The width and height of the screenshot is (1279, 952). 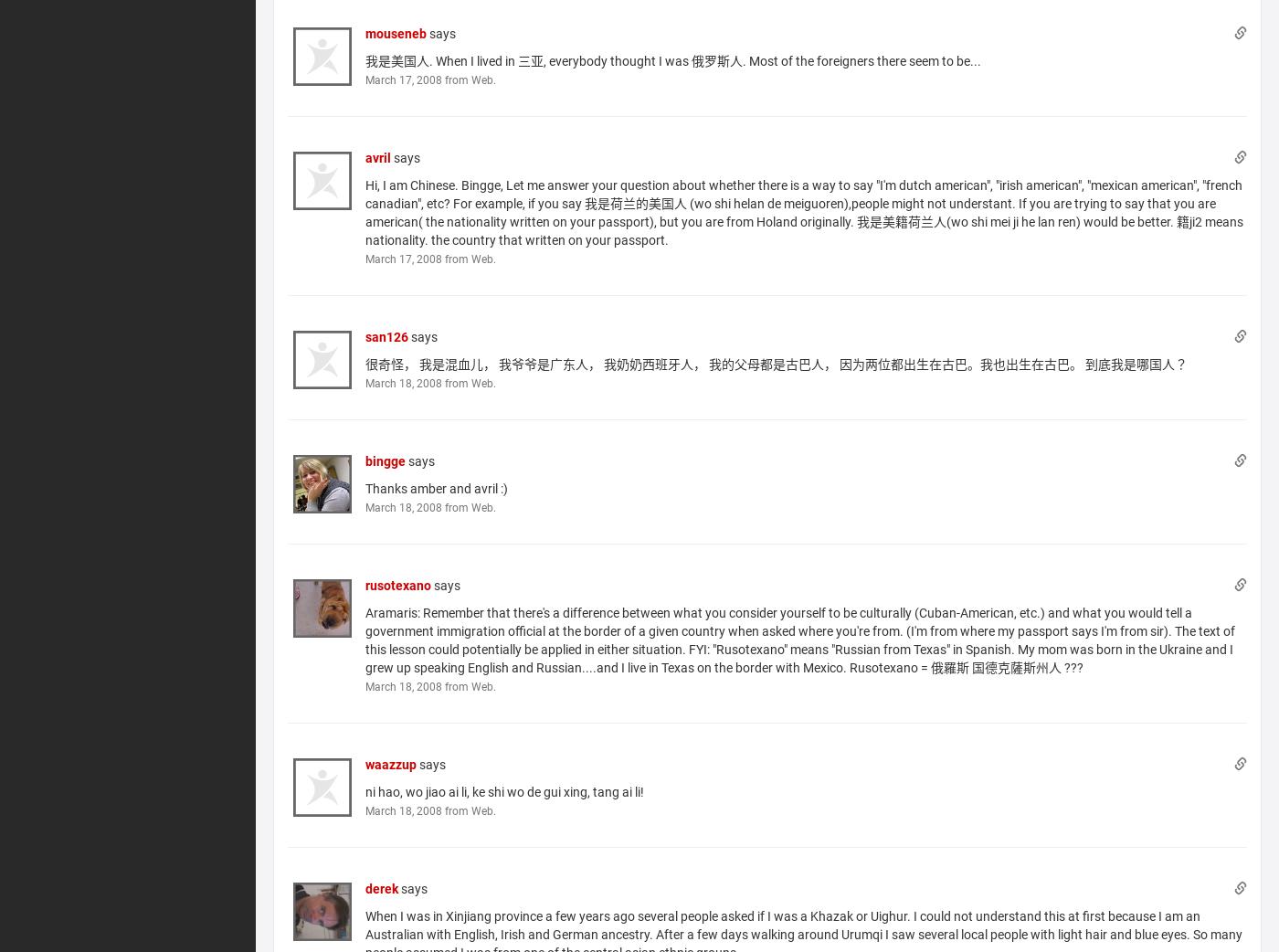 I want to click on 'Aramaris: Remember that there's a difference between what you consider yourself to be culturally (Cuban-American, etc.) and what you would tell a government immigration official at the border of a given country when asked where you're from. (I'm from where my passport says I'm from sir). The text of this lesson could potentially be applied in either situation.

FYI: "Rusotexano" means "Russian from Texas" in Spanish. My mom was born in the Ukraine and I grew up speaking English and Russian....and I live in Texas on the border with Mexico.

Rusotexano = 俄羅斯 国德克薩斯州人 ???', so click(x=364, y=639).